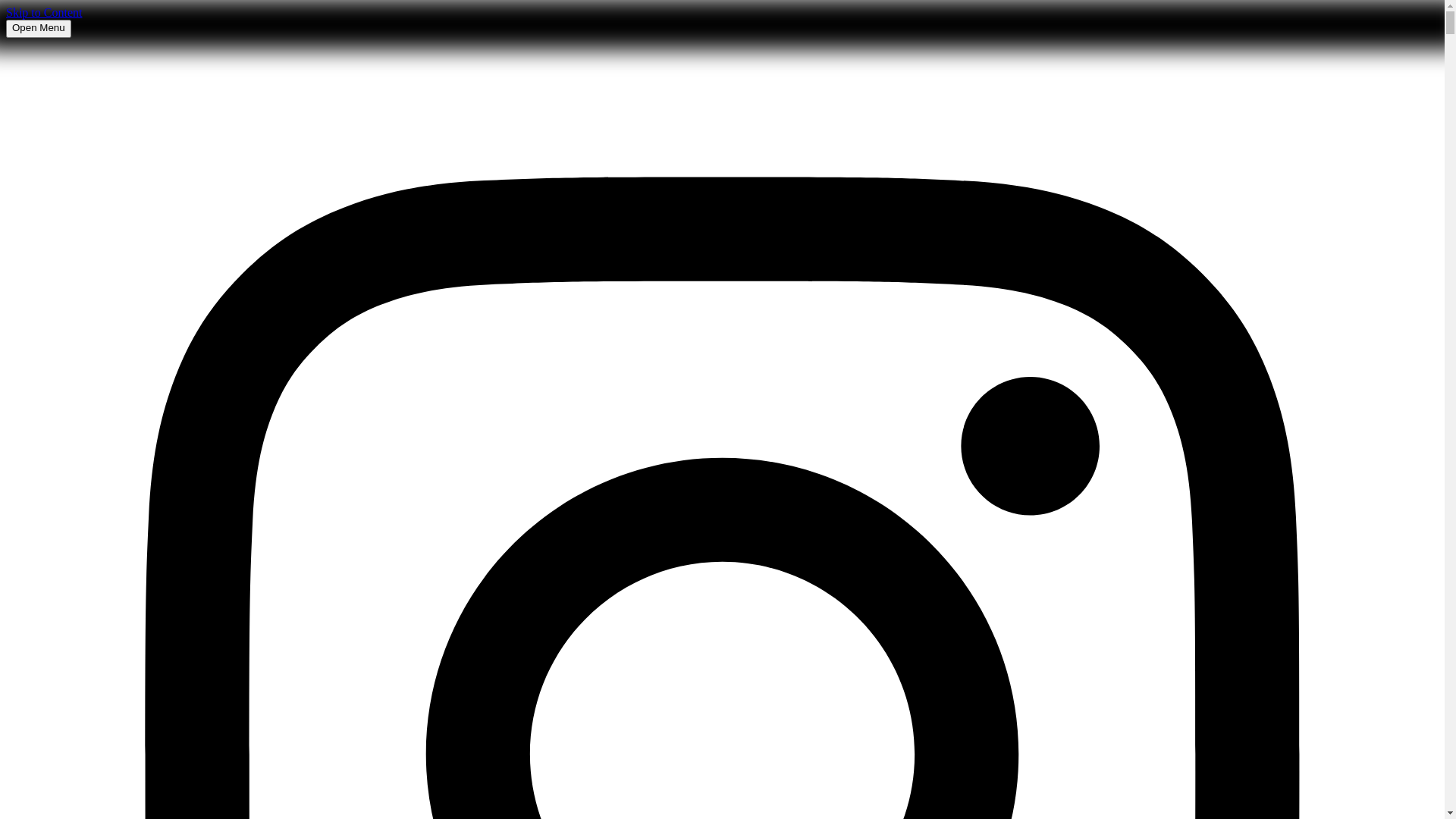 Image resolution: width=1456 pixels, height=819 pixels. What do you see at coordinates (43, 12) in the screenshot?
I see `'Skip to Content'` at bounding box center [43, 12].